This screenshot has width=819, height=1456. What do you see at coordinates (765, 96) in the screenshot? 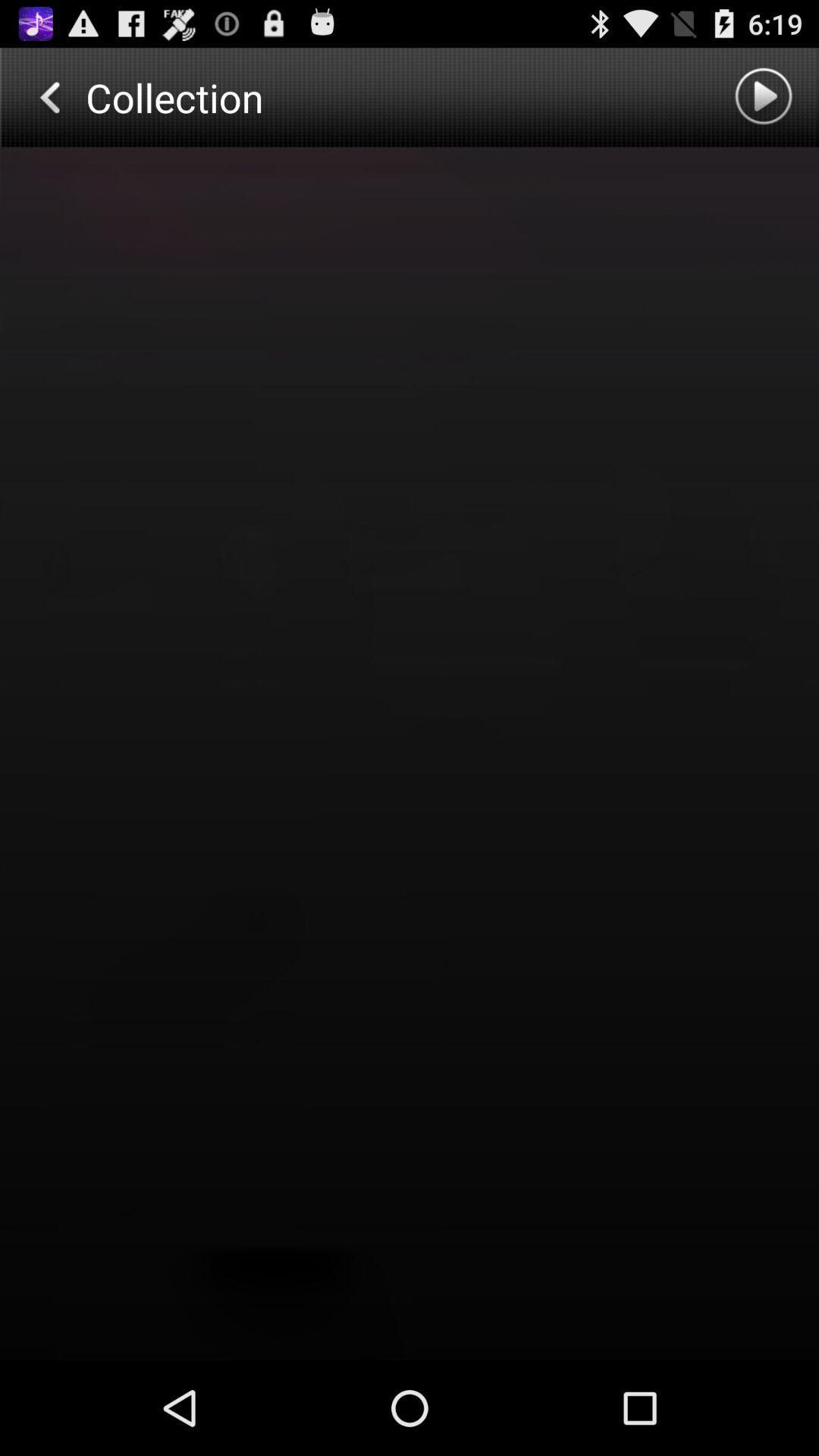
I see `play` at bounding box center [765, 96].